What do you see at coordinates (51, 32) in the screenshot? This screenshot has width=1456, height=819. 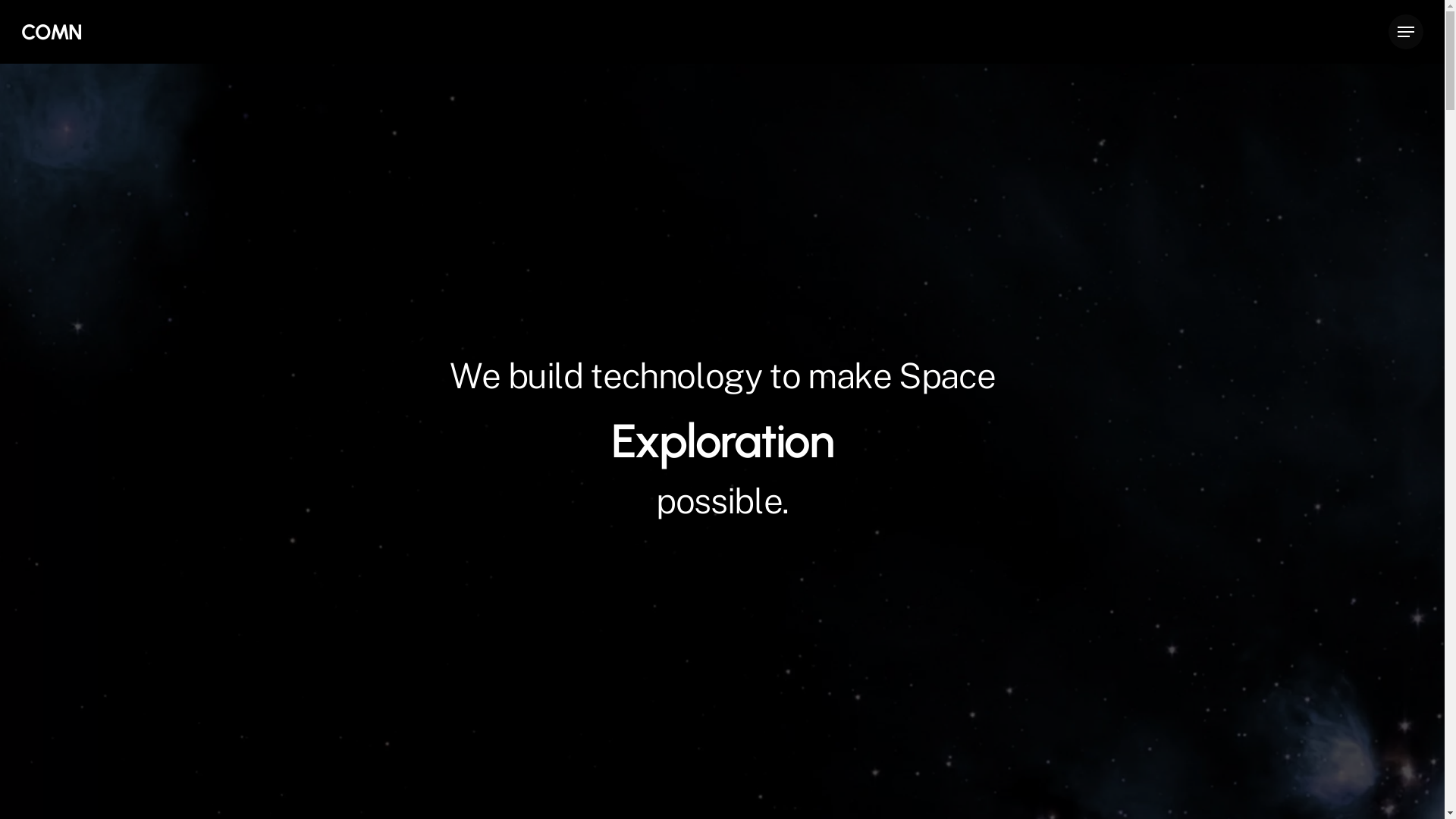 I see `'COMN'` at bounding box center [51, 32].